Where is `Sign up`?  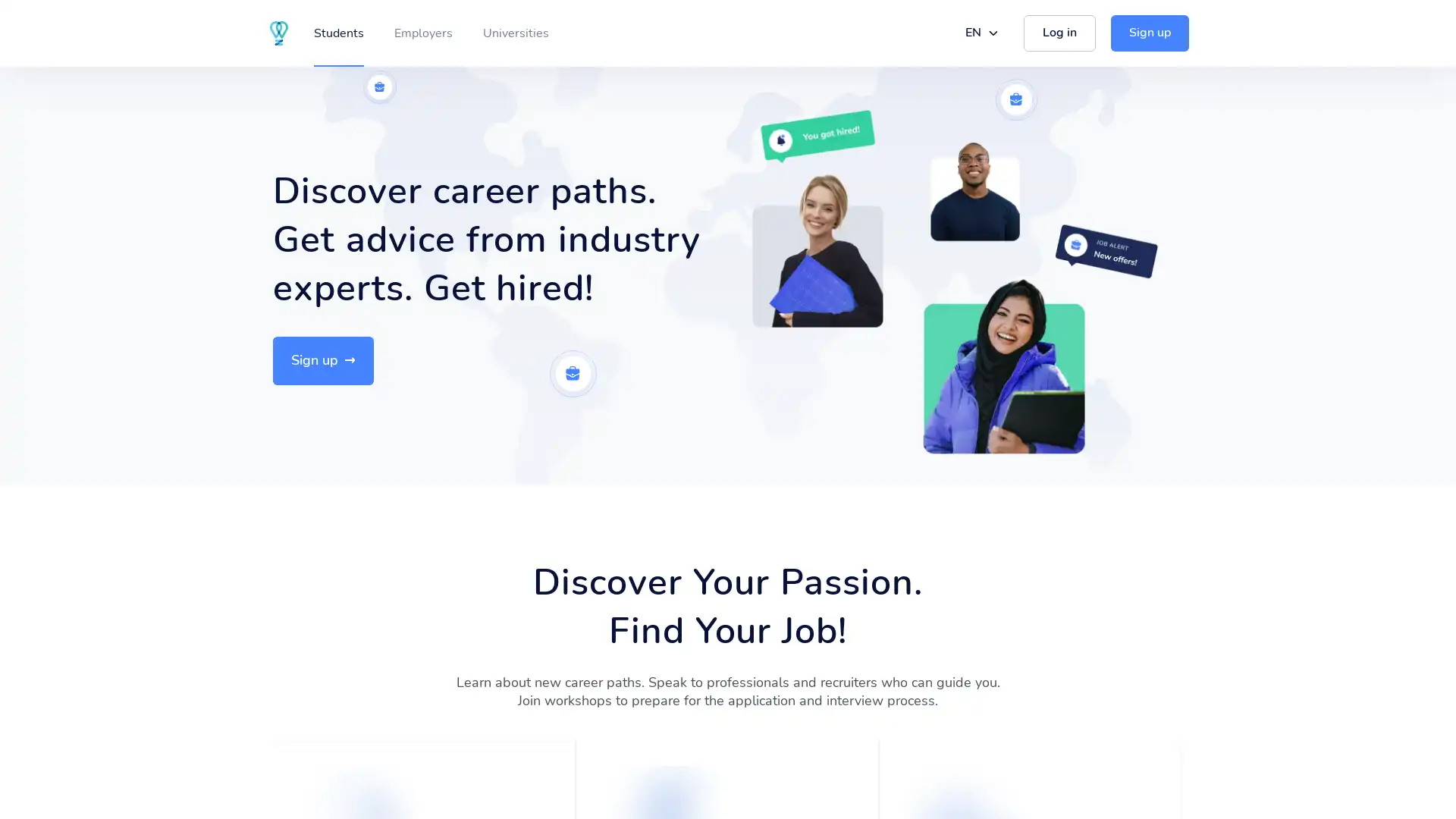 Sign up is located at coordinates (322, 360).